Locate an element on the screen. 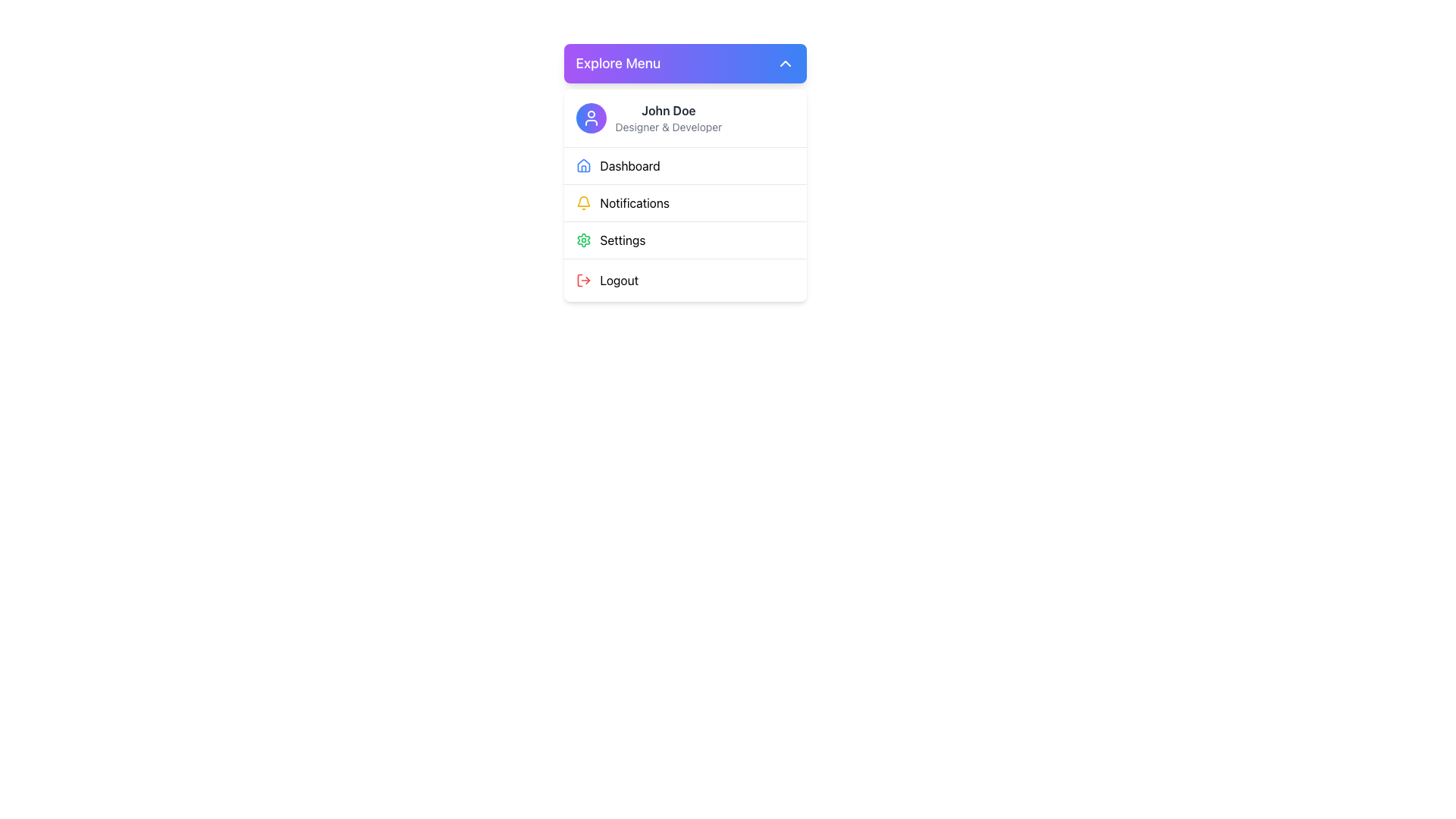 The image size is (1456, 819). the settings gear icon located to the left of the 'Settings' text in the dropdown list is located at coordinates (582, 239).